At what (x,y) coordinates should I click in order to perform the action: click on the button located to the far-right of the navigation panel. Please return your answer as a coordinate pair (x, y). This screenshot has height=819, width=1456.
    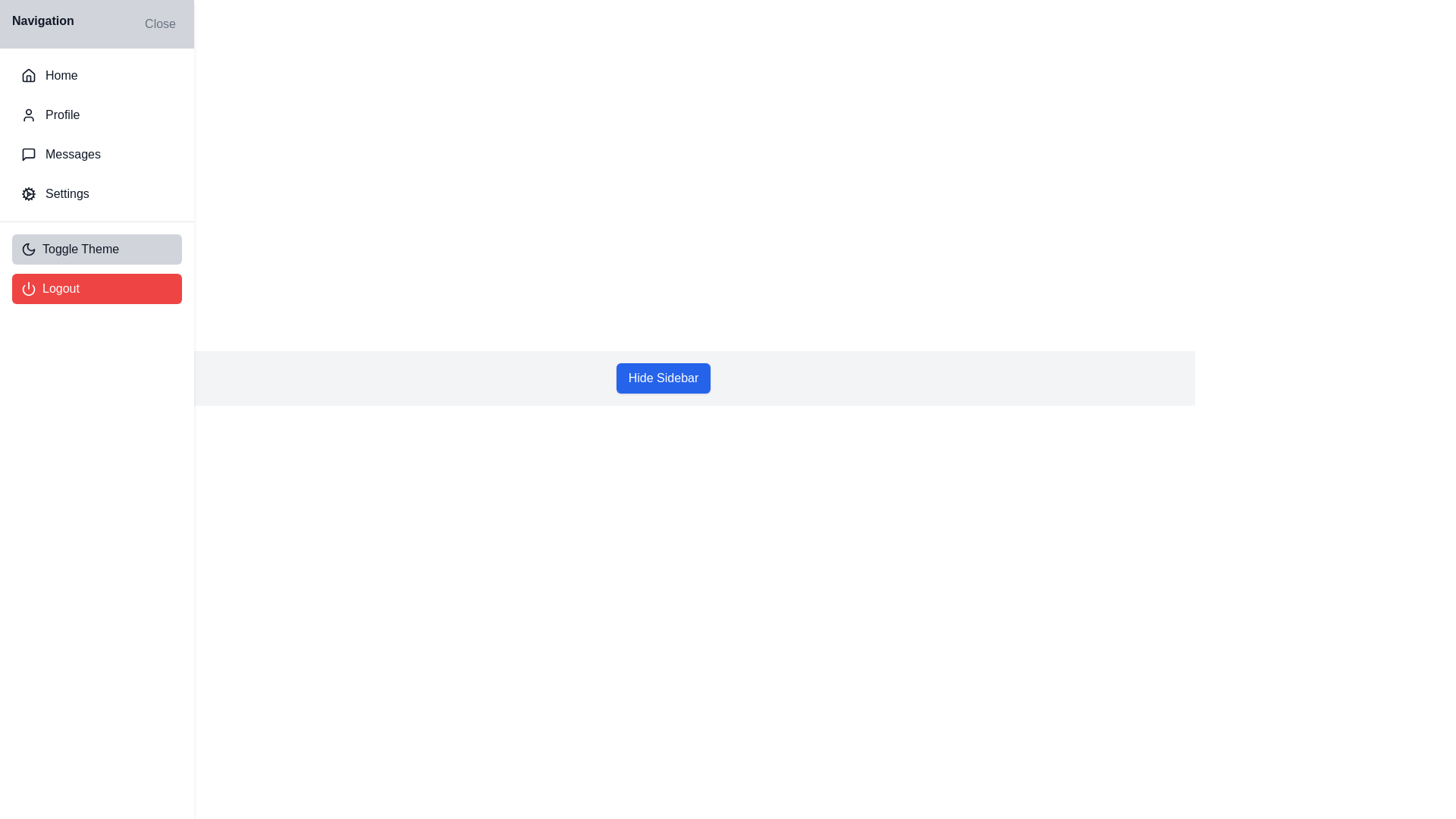
    Looking at the image, I should click on (160, 24).